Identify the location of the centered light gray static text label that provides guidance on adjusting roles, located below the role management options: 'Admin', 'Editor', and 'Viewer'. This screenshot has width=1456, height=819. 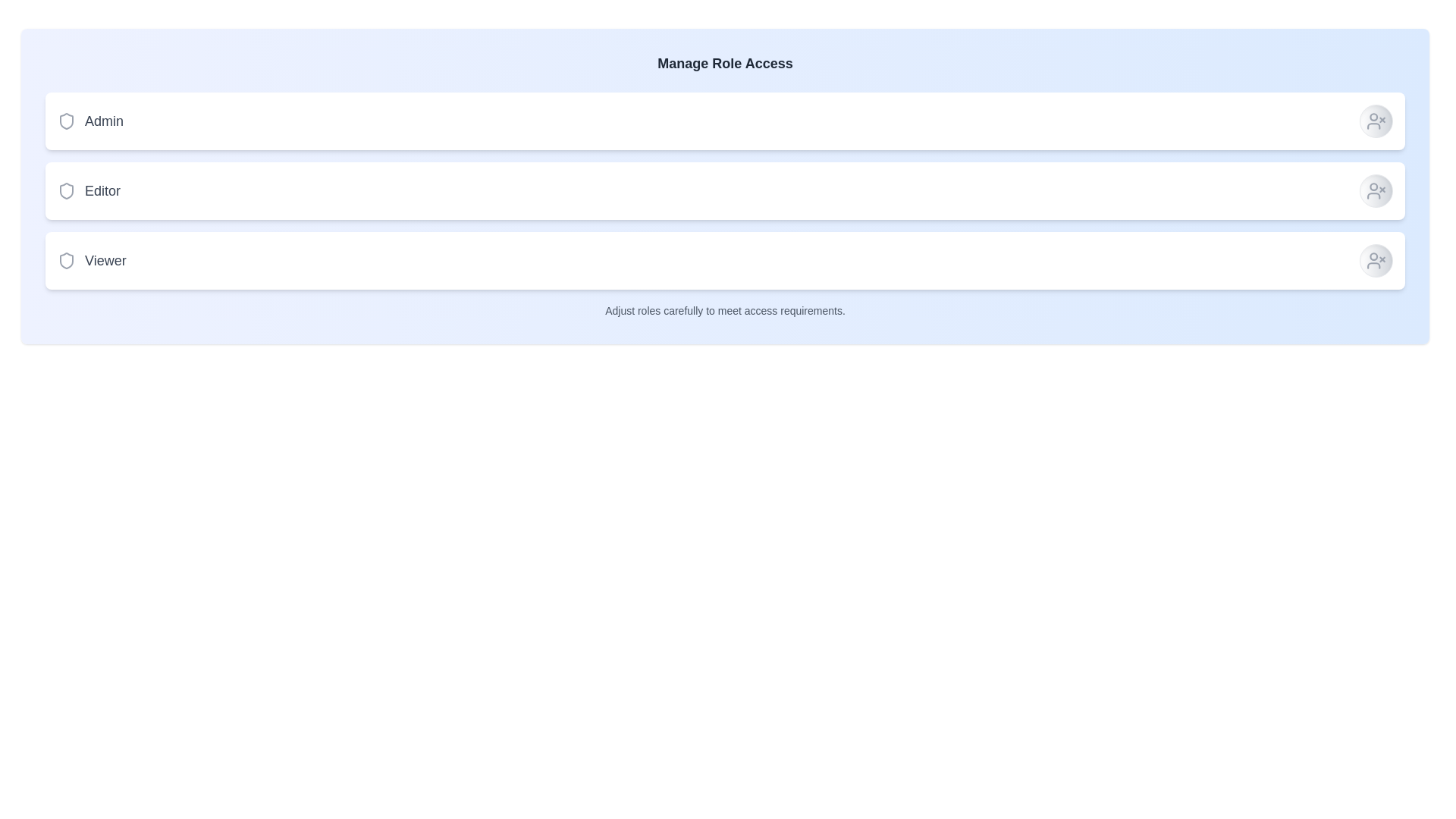
(724, 309).